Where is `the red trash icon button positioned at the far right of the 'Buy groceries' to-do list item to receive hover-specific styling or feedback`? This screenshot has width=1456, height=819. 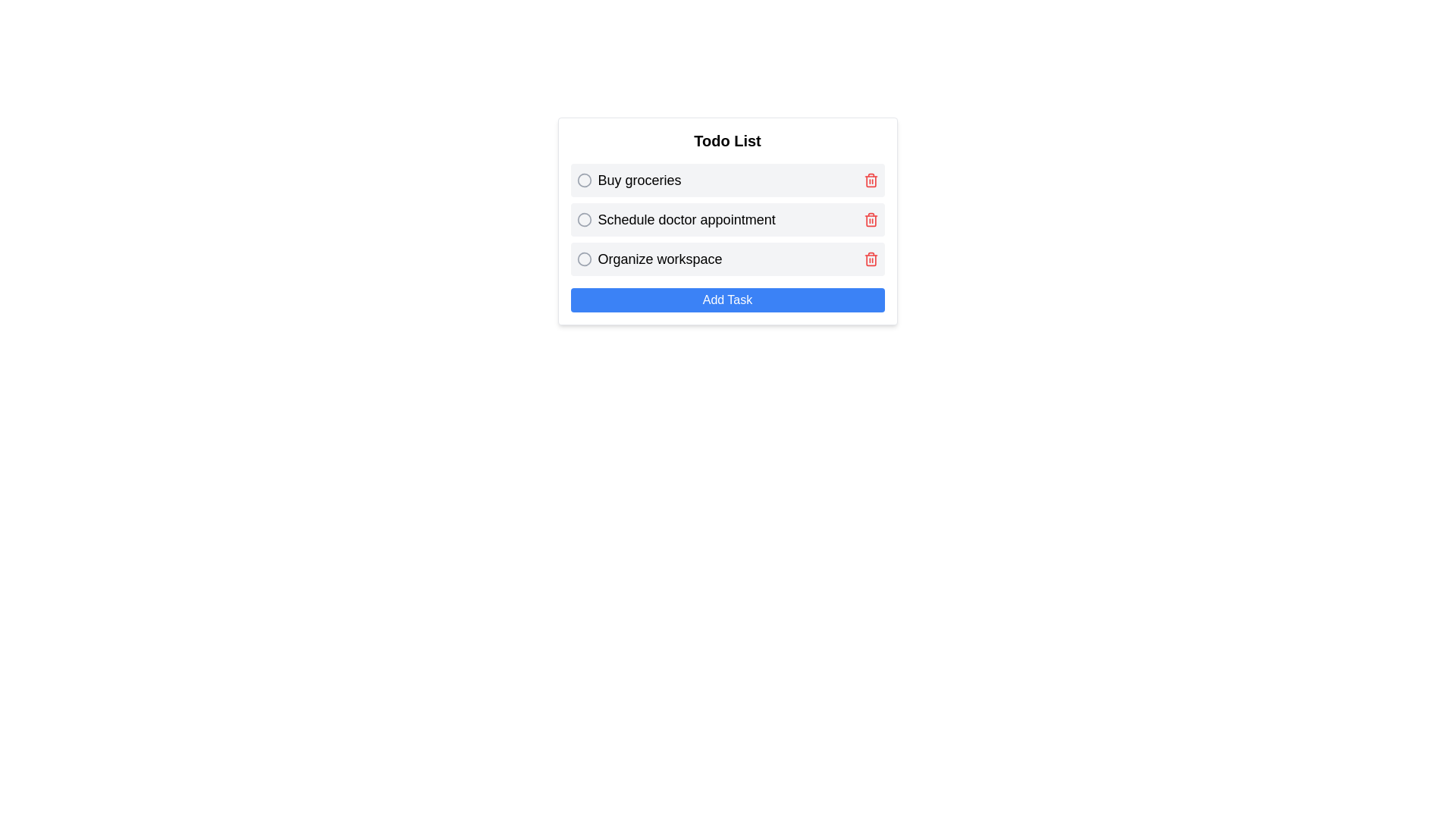 the red trash icon button positioned at the far right of the 'Buy groceries' to-do list item to receive hover-specific styling or feedback is located at coordinates (871, 180).